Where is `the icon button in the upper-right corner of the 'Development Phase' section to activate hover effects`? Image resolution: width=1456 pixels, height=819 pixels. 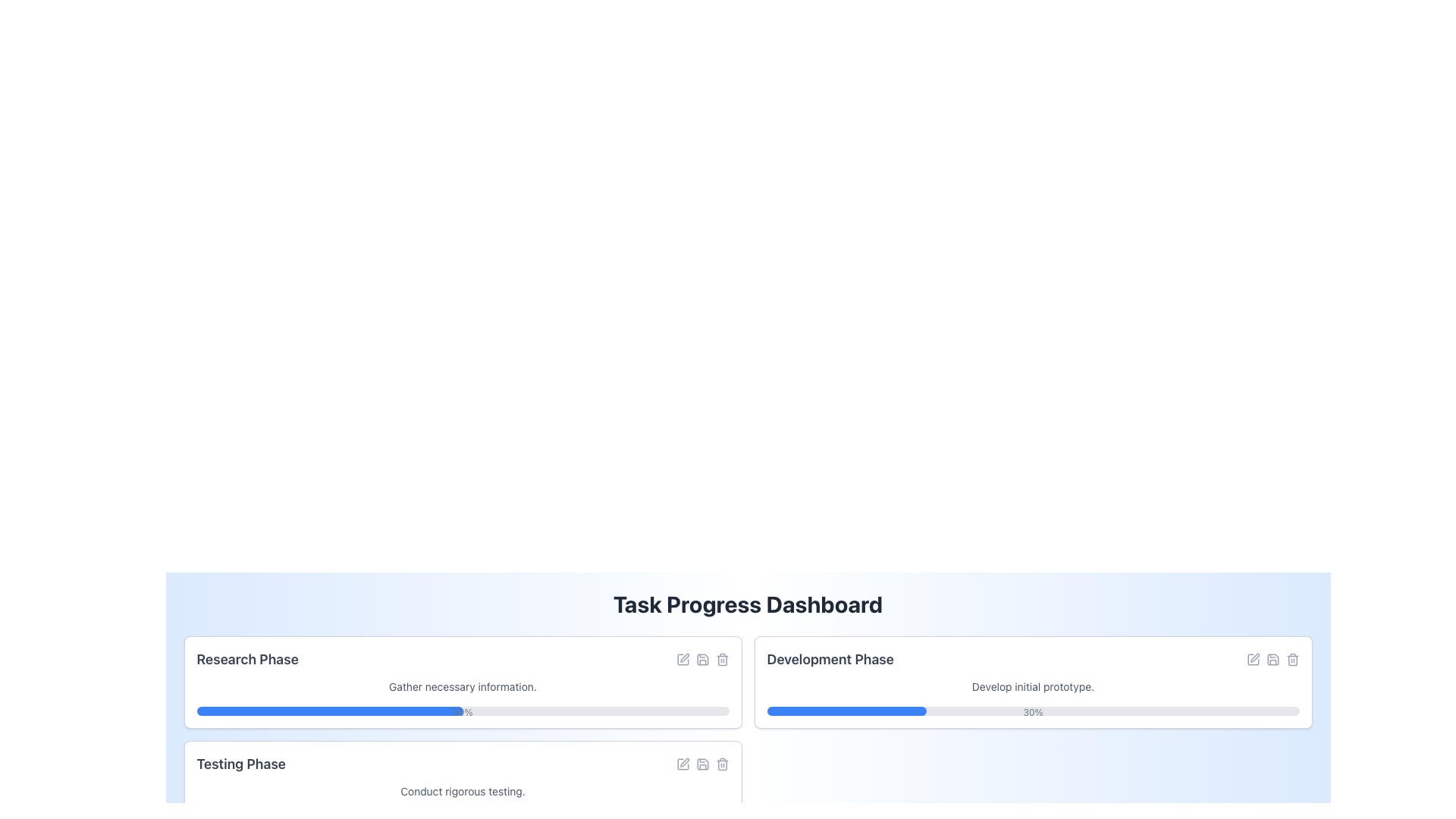 the icon button in the upper-right corner of the 'Development Phase' section to activate hover effects is located at coordinates (1272, 659).